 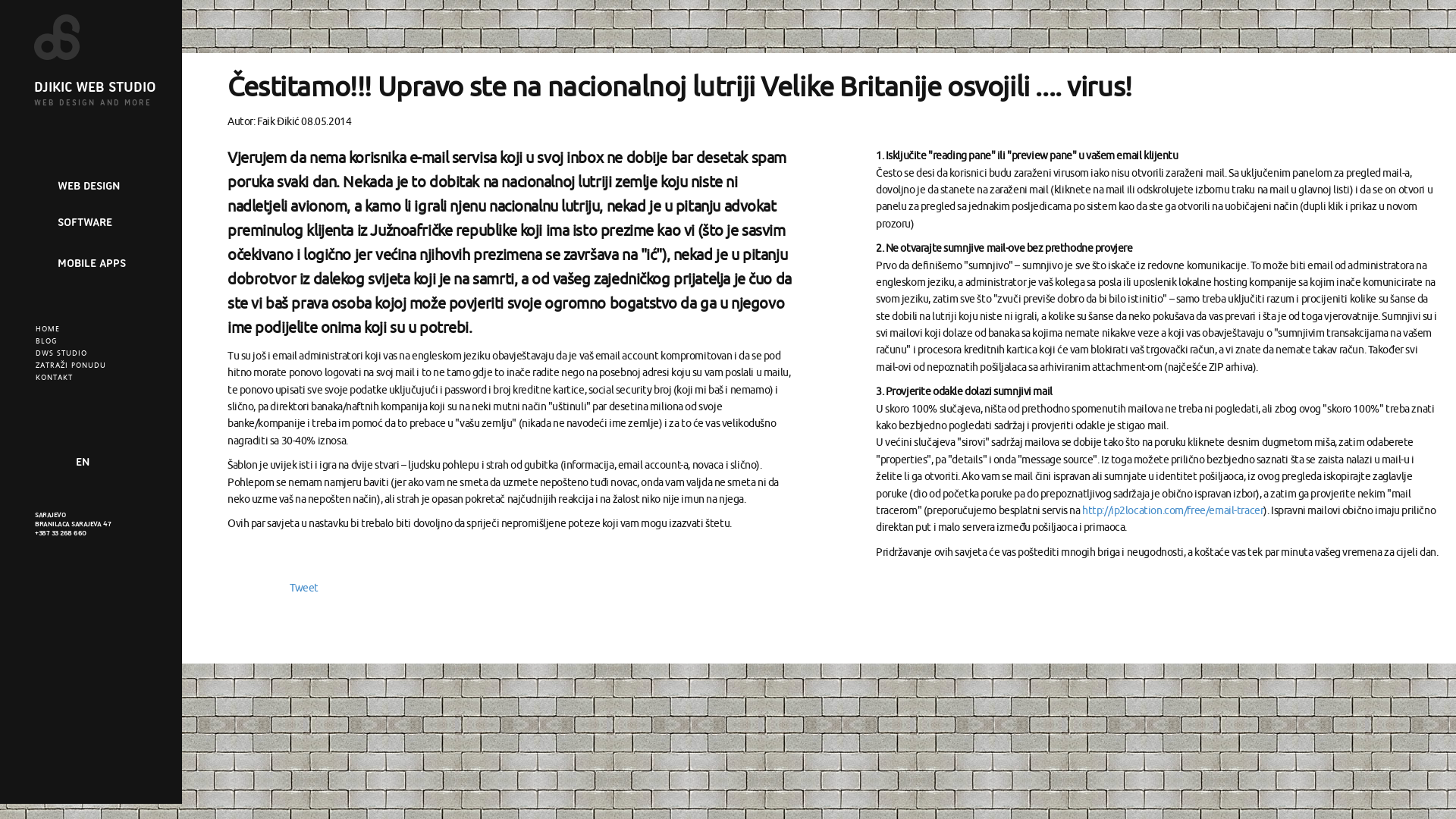 I want to click on 'DJIKIC WEB STUDIO', so click(x=33, y=86).